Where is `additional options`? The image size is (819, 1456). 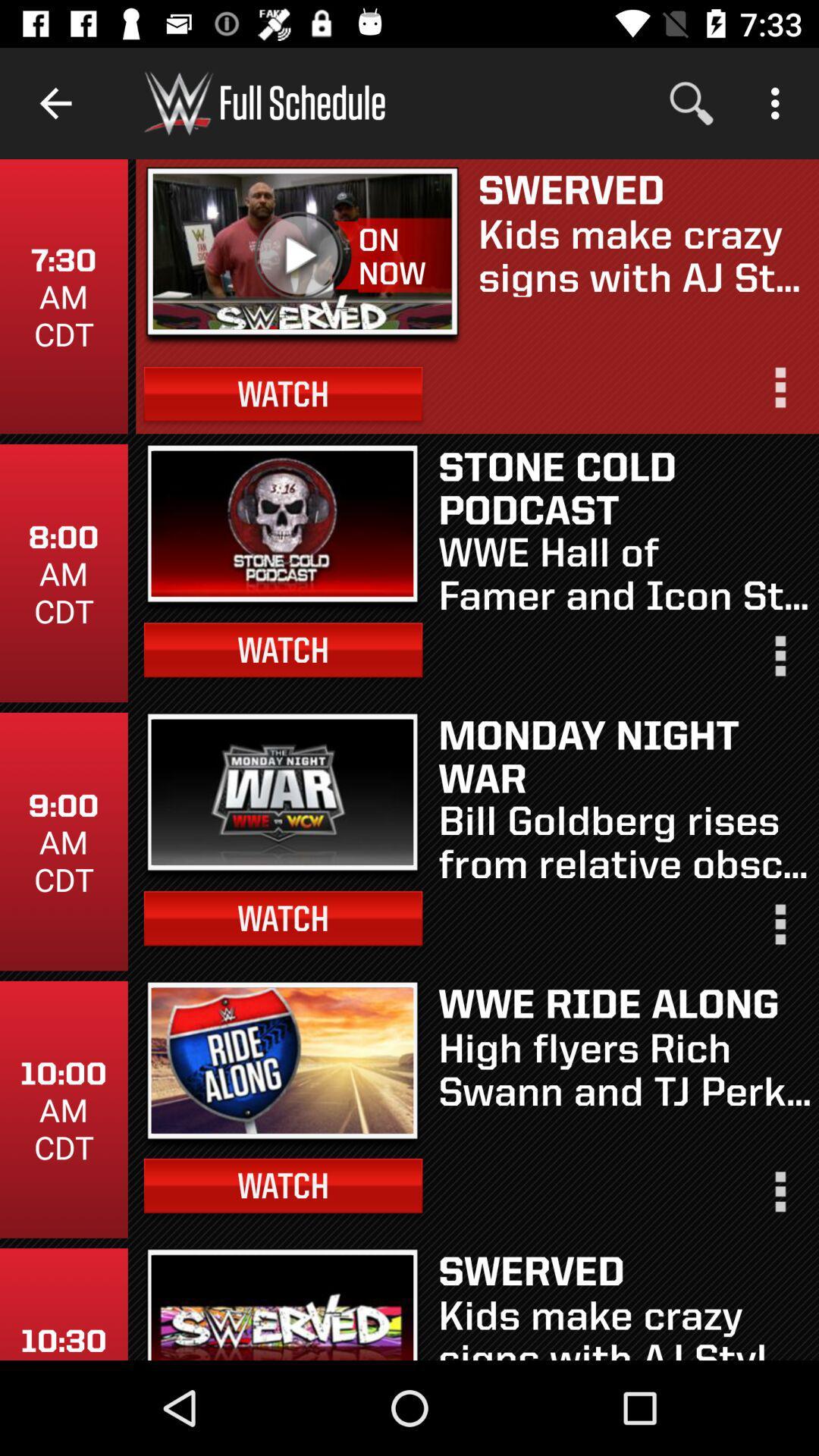
additional options is located at coordinates (779, 930).